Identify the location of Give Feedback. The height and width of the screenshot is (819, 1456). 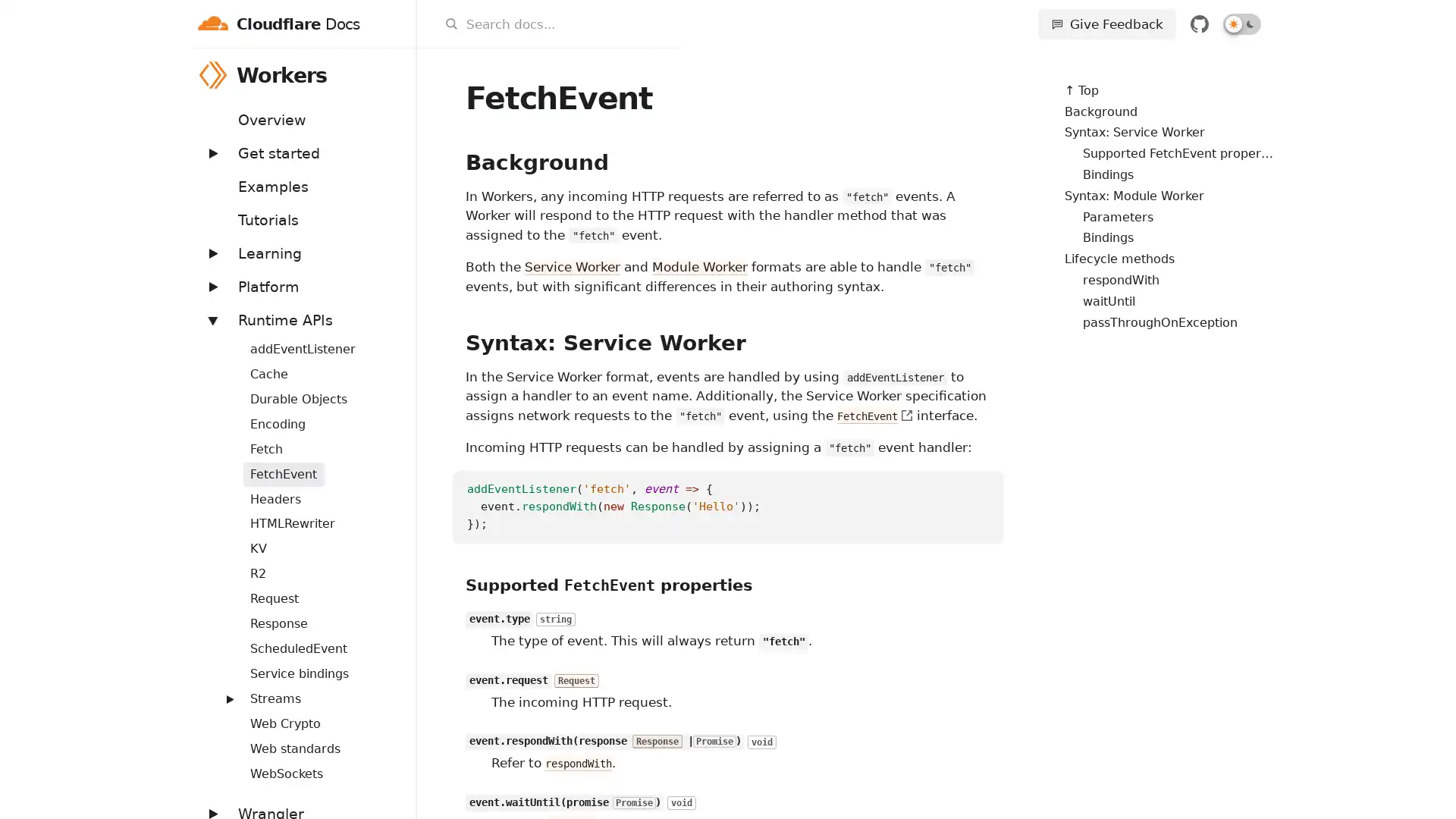
(1106, 24).